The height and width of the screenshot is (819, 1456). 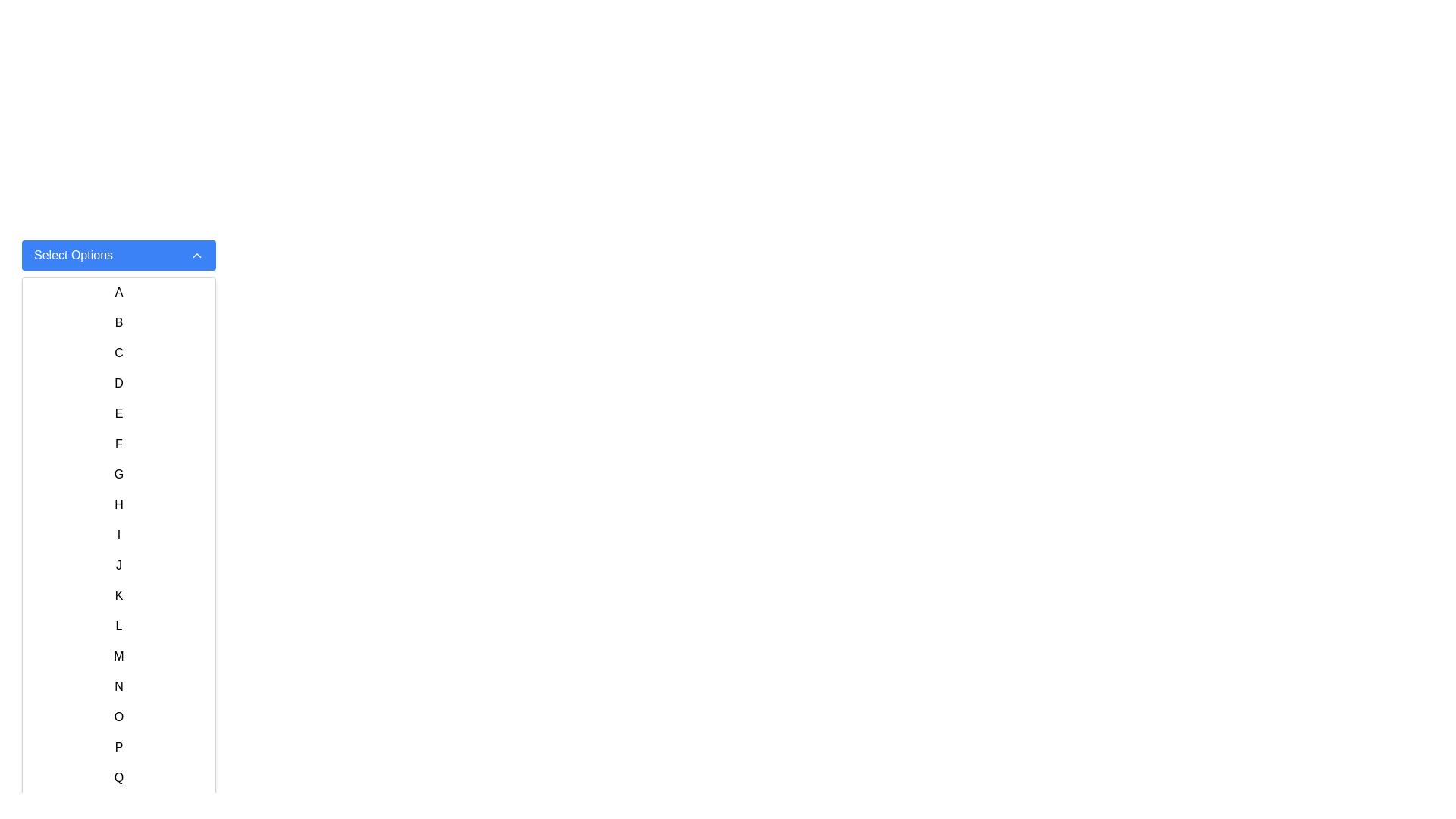 What do you see at coordinates (118, 656) in the screenshot?
I see `the list item displaying the letter 'M' in black on a white background for focus indication` at bounding box center [118, 656].